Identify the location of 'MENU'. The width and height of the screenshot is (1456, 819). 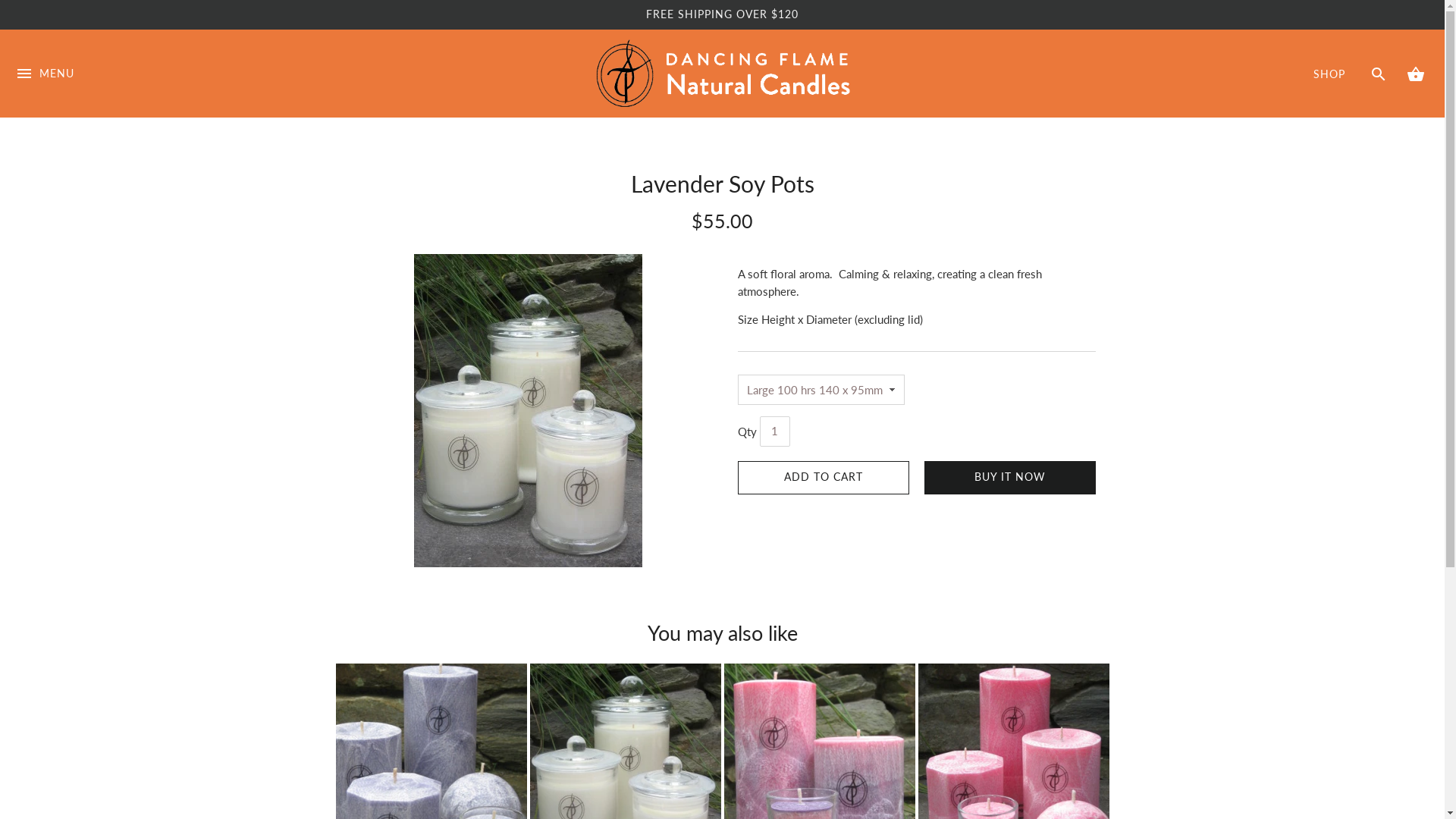
(0, 90).